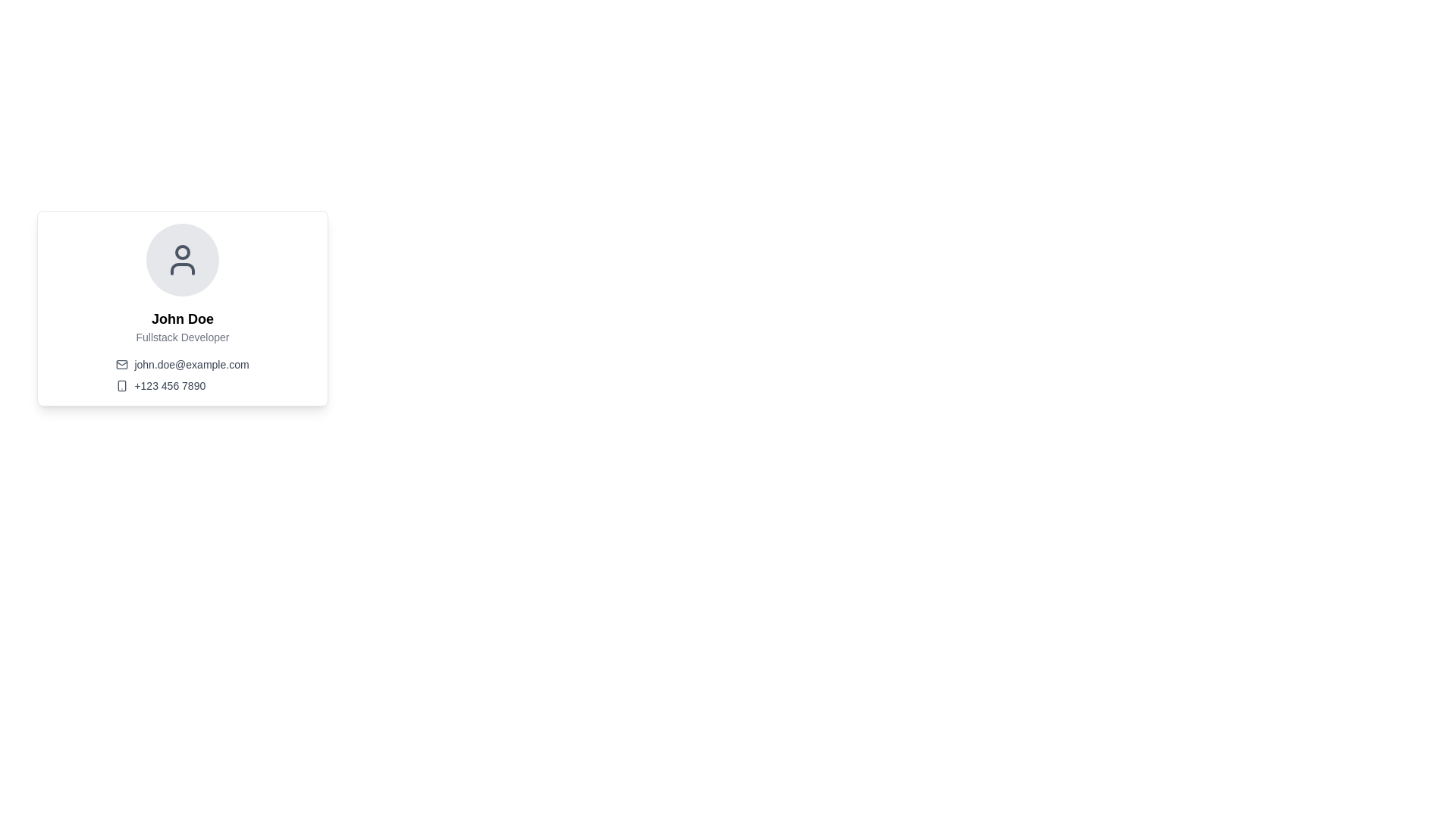 Image resolution: width=1456 pixels, height=819 pixels. I want to click on the email text label displaying 'john.doe@example.com' to potentially reveal a tooltip, so click(191, 365).